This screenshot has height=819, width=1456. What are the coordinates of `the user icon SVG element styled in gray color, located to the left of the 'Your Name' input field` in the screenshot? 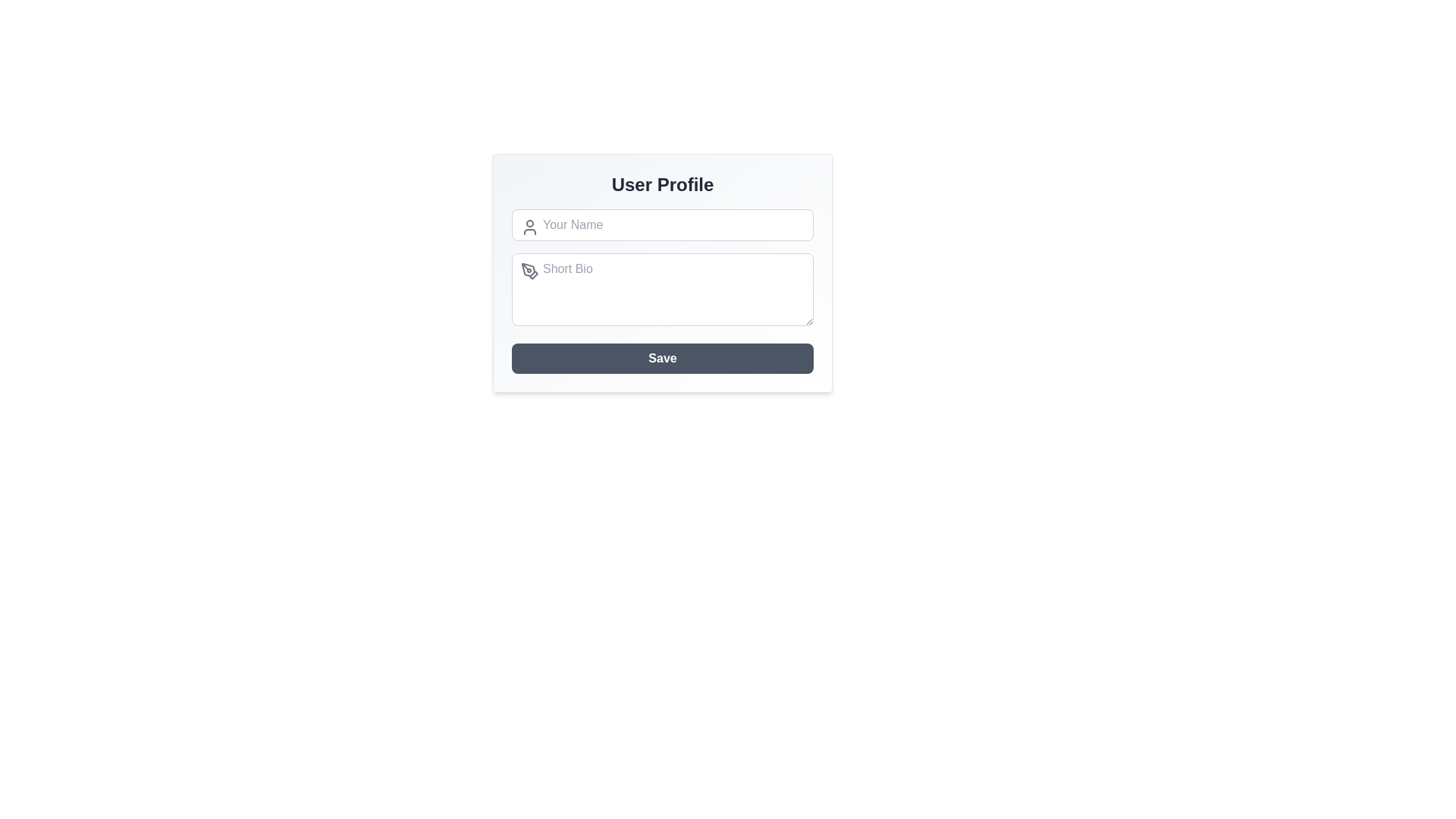 It's located at (530, 227).